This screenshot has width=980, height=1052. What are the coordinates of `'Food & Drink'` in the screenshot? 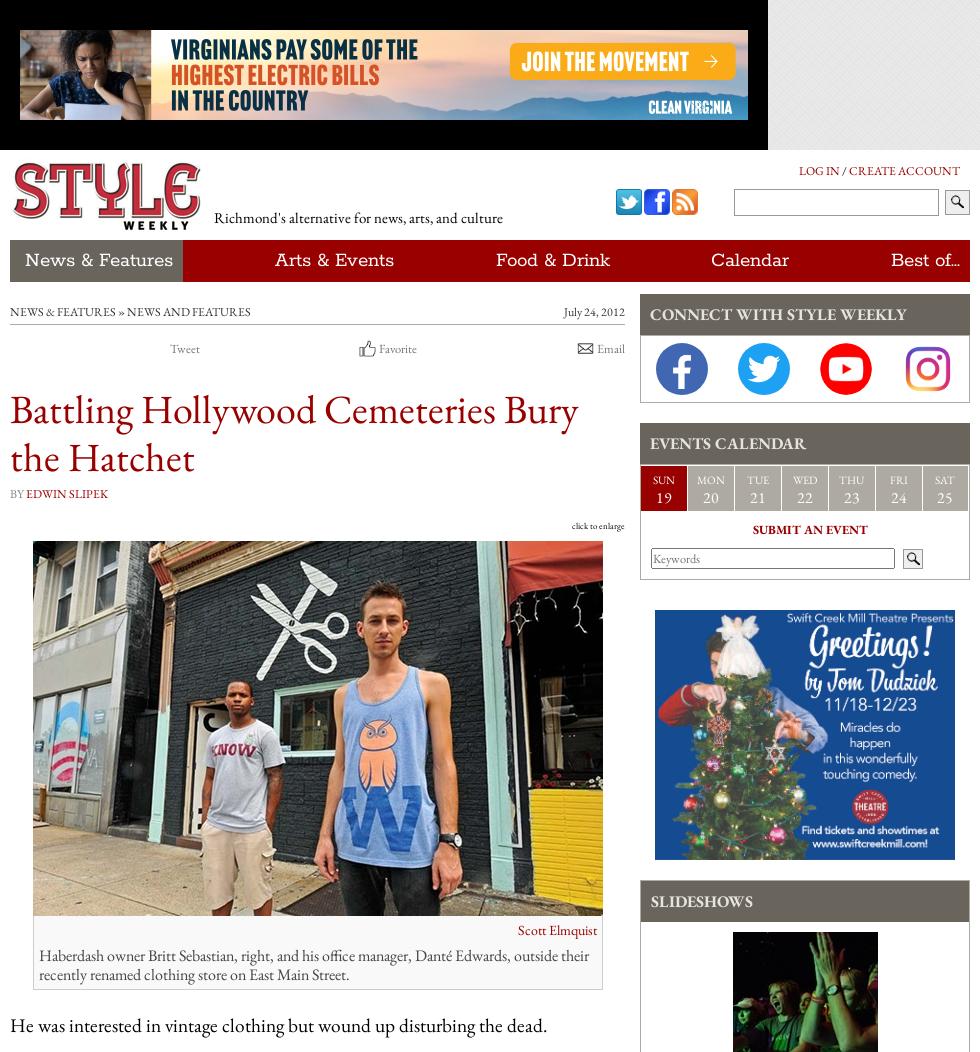 It's located at (552, 260).